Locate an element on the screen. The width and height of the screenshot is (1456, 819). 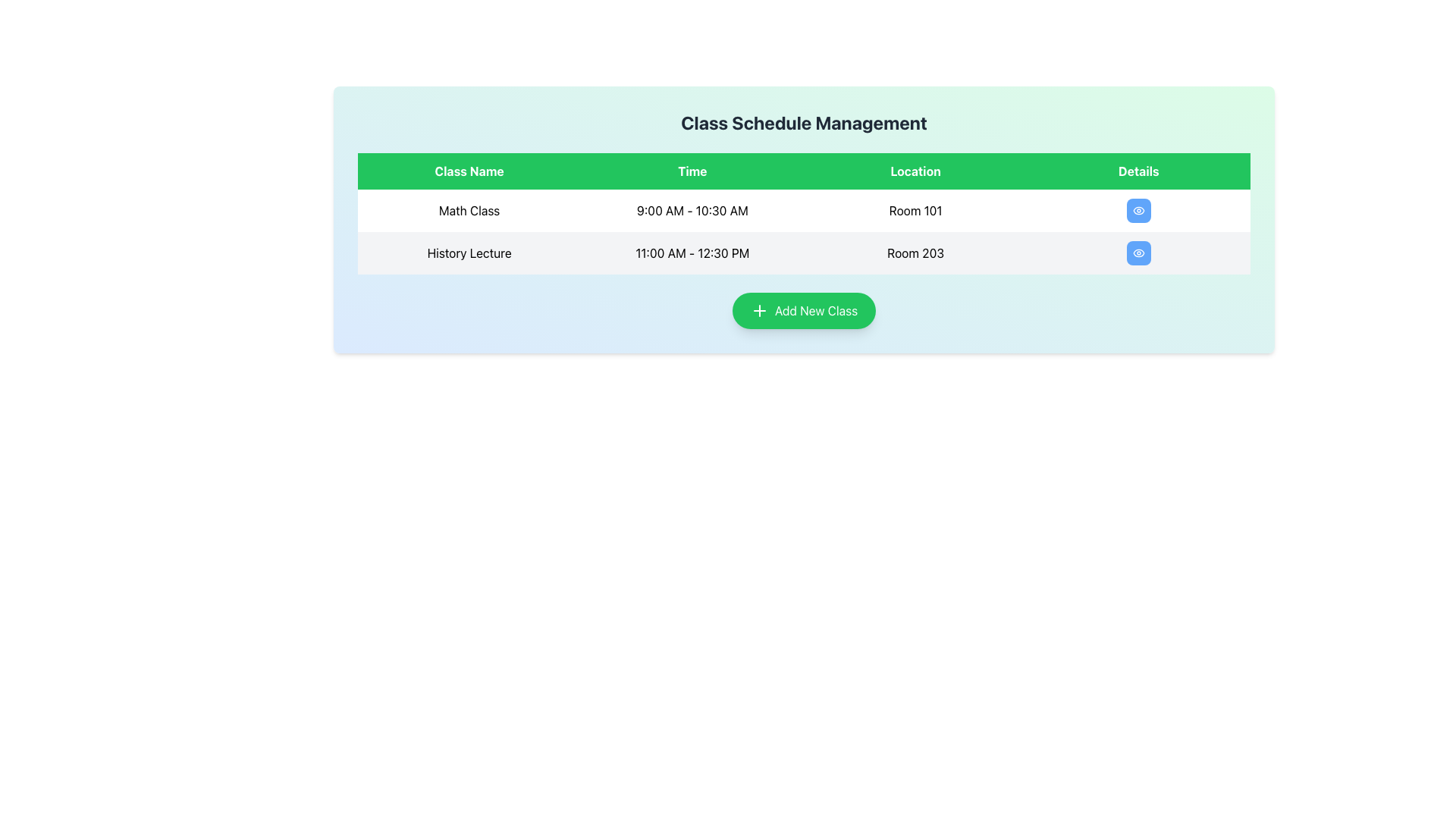
the 'Details' table header cell, which is the fourth cell in the header row of a table, positioned to the right of the 'Location' cell is located at coordinates (1138, 171).